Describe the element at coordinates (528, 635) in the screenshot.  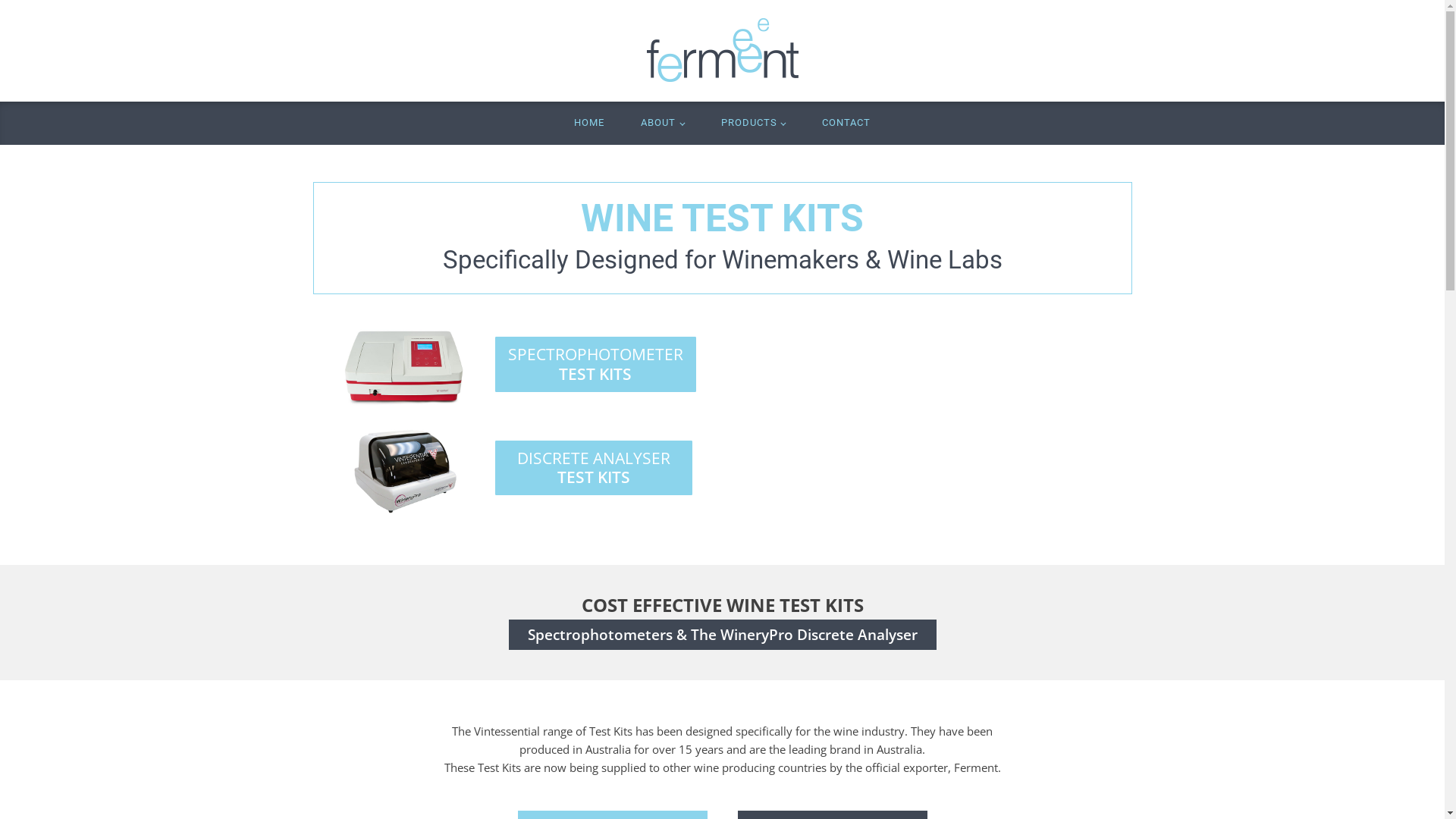
I see `'Spectrophotometers'` at that location.